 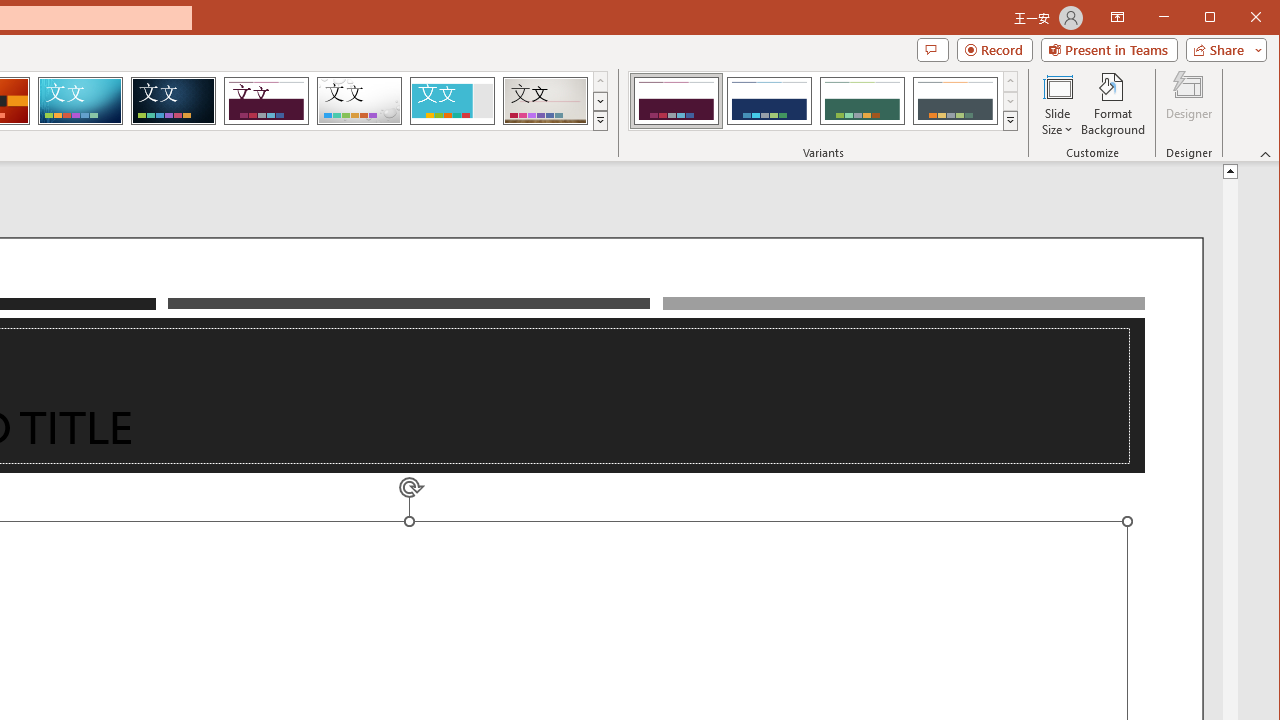 I want to click on 'Dividend Variant 1', so click(x=676, y=100).